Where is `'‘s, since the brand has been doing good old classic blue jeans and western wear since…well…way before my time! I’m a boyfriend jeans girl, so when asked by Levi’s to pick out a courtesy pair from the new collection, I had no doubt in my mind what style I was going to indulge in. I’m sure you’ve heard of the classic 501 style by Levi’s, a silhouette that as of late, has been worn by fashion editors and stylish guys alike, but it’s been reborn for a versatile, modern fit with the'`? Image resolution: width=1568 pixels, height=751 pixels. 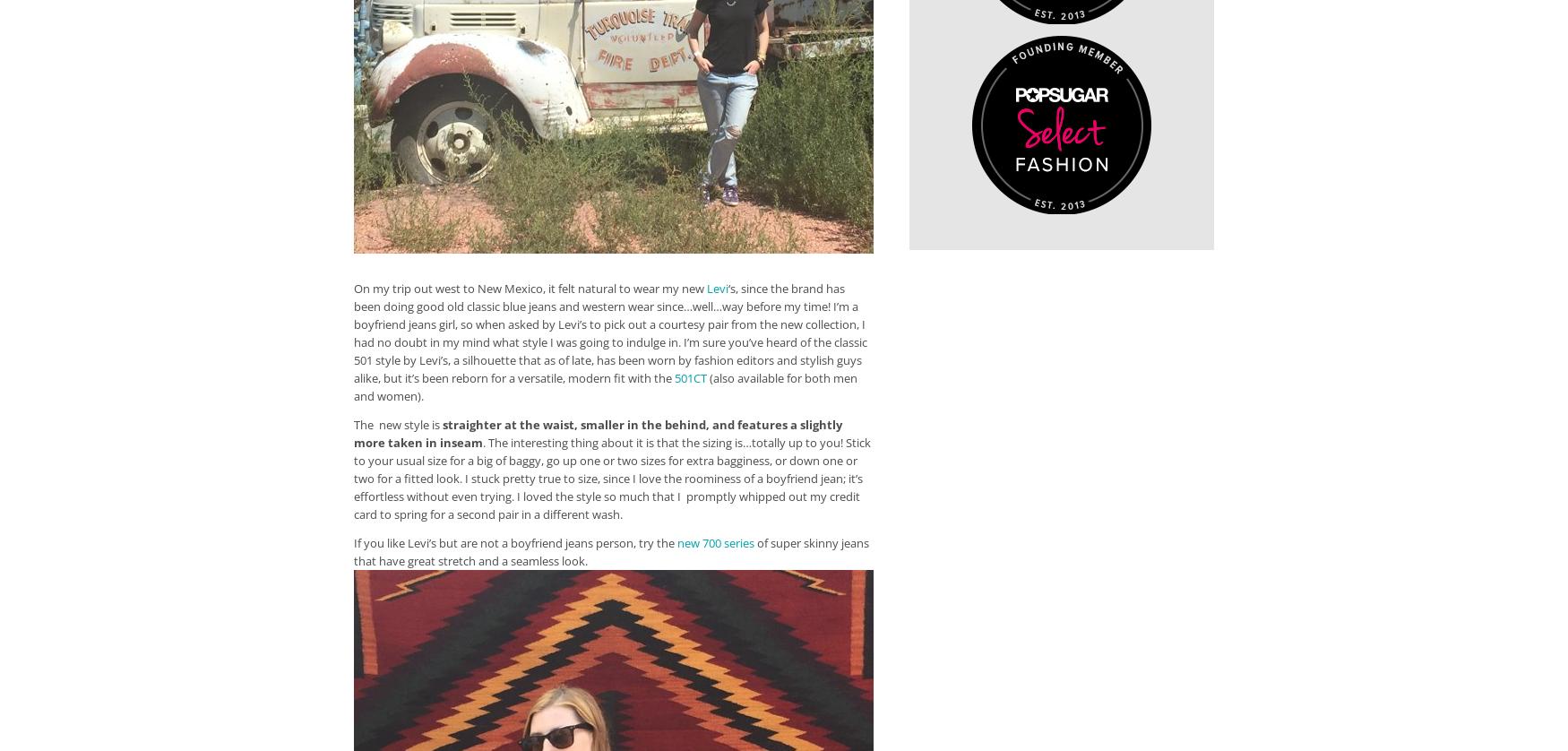 '‘s, since the brand has been doing good old classic blue jeans and western wear since…well…way before my time! I’m a boyfriend jeans girl, so when asked by Levi’s to pick out a courtesy pair from the new collection, I had no doubt in my mind what style I was going to indulge in. I’m sure you’ve heard of the classic 501 style by Levi’s, a silhouette that as of late, has been worn by fashion editors and stylish guys alike, but it’s been reborn for a versatile, modern fit with the' is located at coordinates (352, 332).